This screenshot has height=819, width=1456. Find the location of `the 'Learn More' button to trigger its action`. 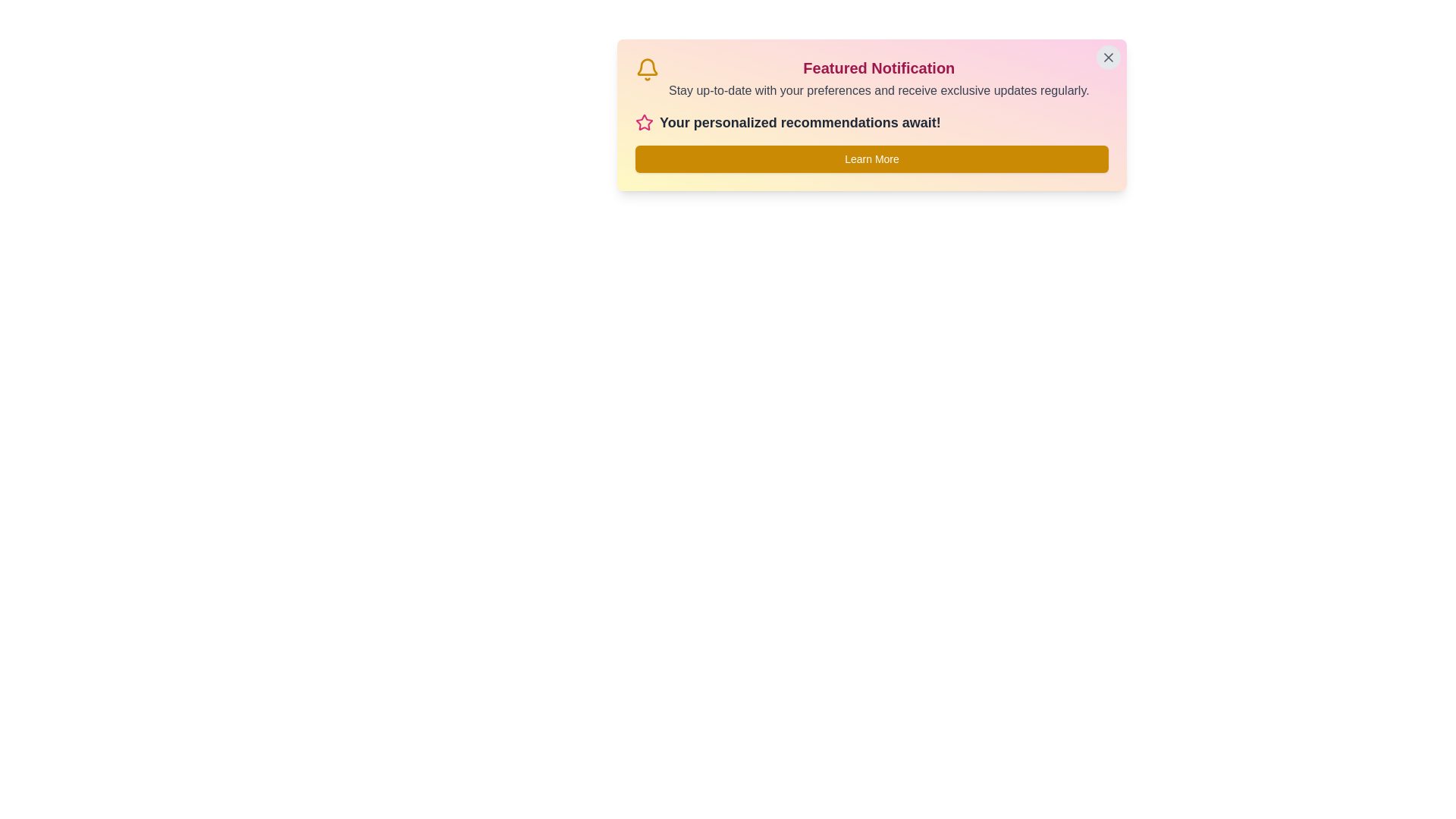

the 'Learn More' button to trigger its action is located at coordinates (872, 158).